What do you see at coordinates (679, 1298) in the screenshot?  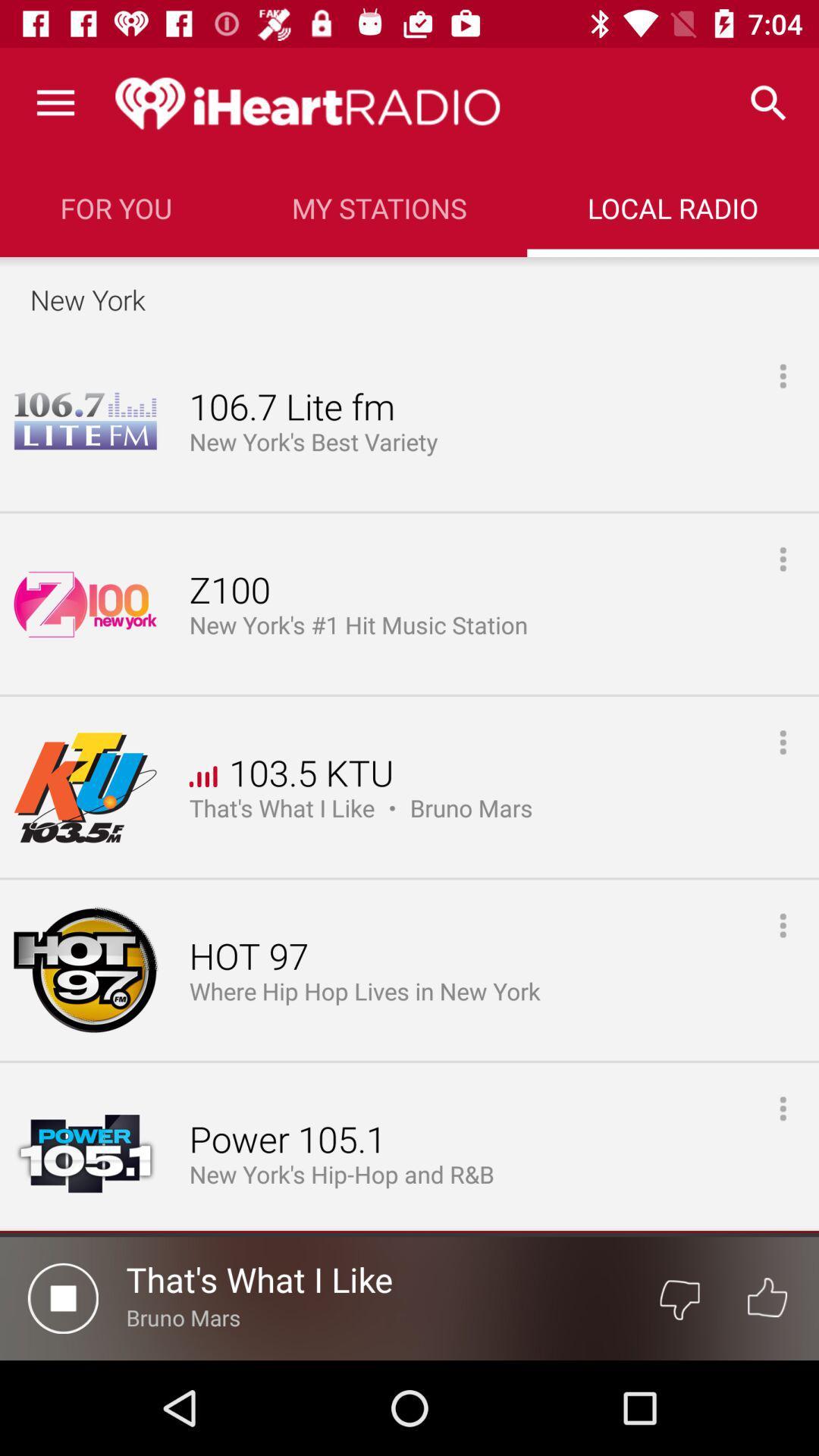 I see `the thumbs_down icon` at bounding box center [679, 1298].